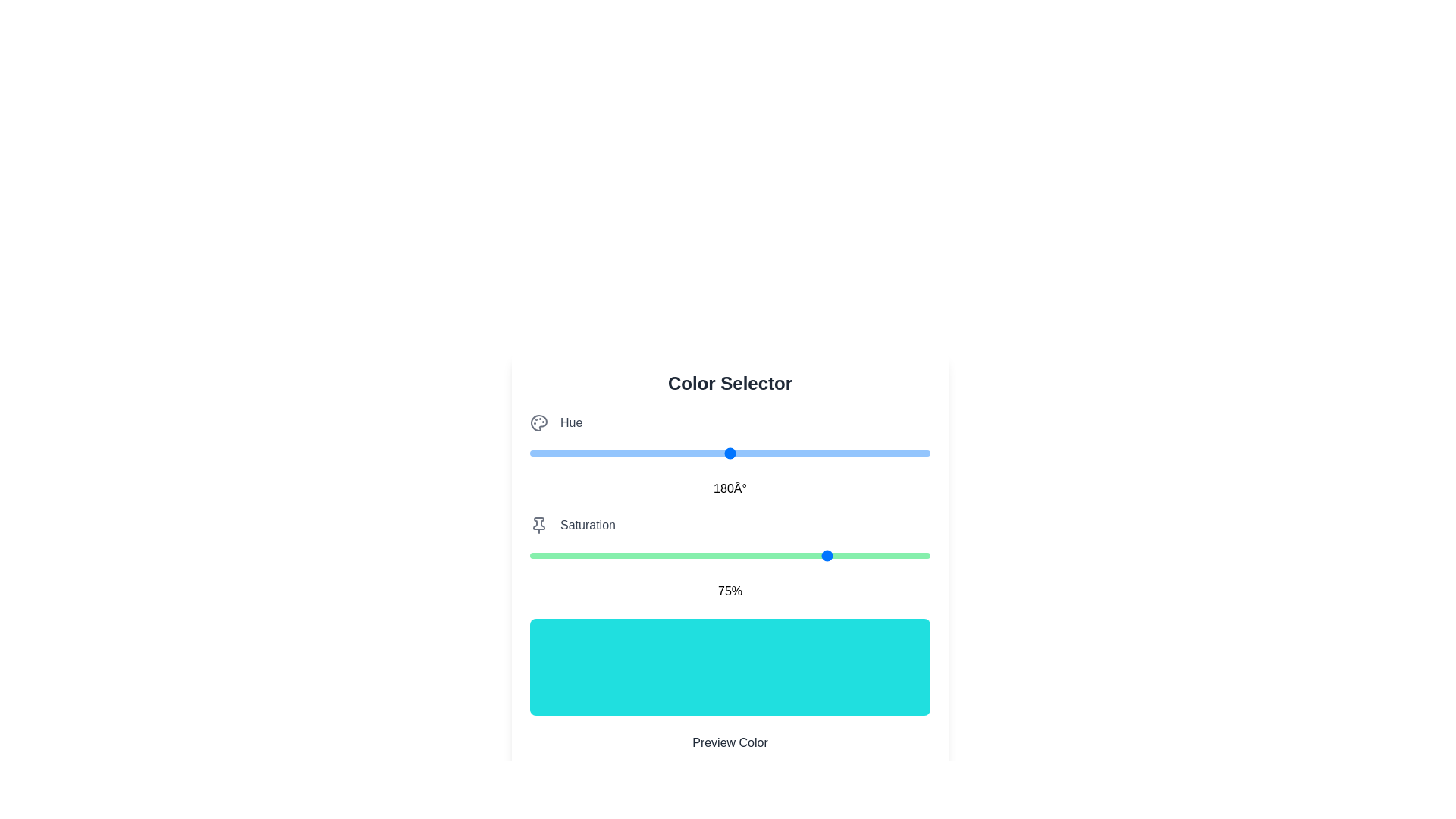  What do you see at coordinates (730, 742) in the screenshot?
I see `the centered text label reading 'Preview Color' which is styled with a medium-weight font and dark gray color, located below the color preview area in the 'Color Selector' component` at bounding box center [730, 742].